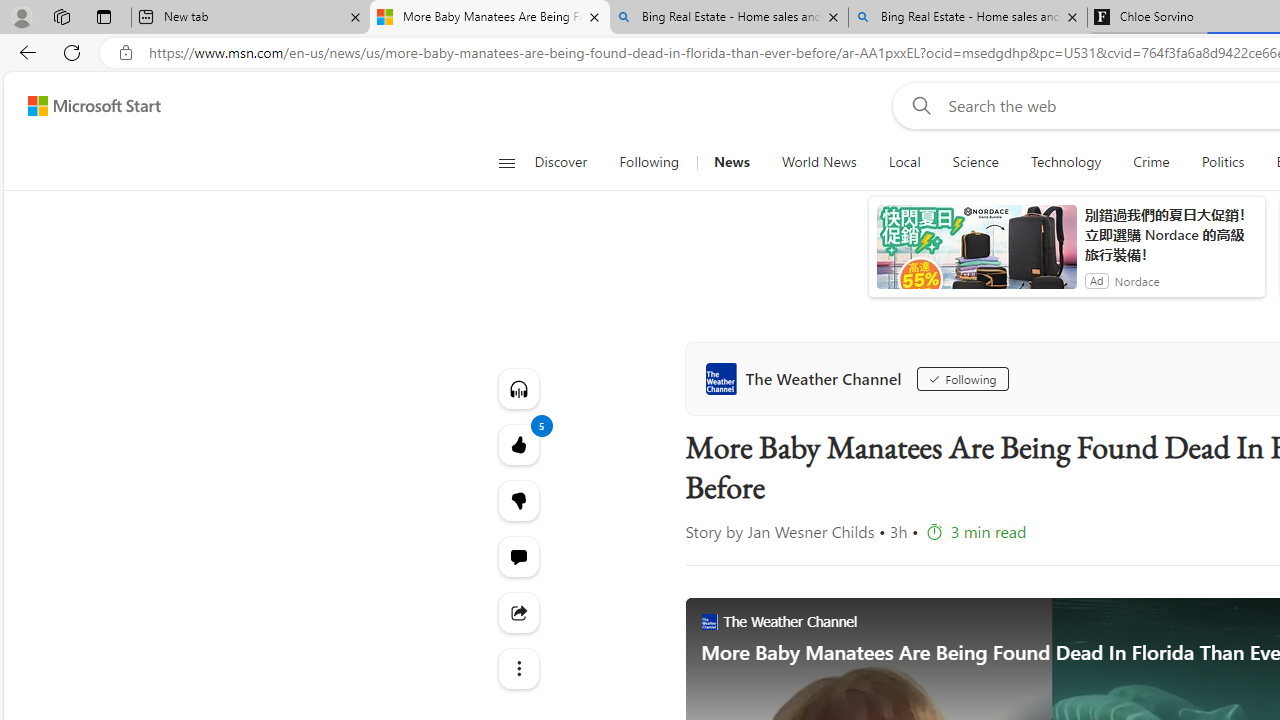 This screenshot has height=720, width=1280. What do you see at coordinates (1095, 280) in the screenshot?
I see `'Ad'` at bounding box center [1095, 280].